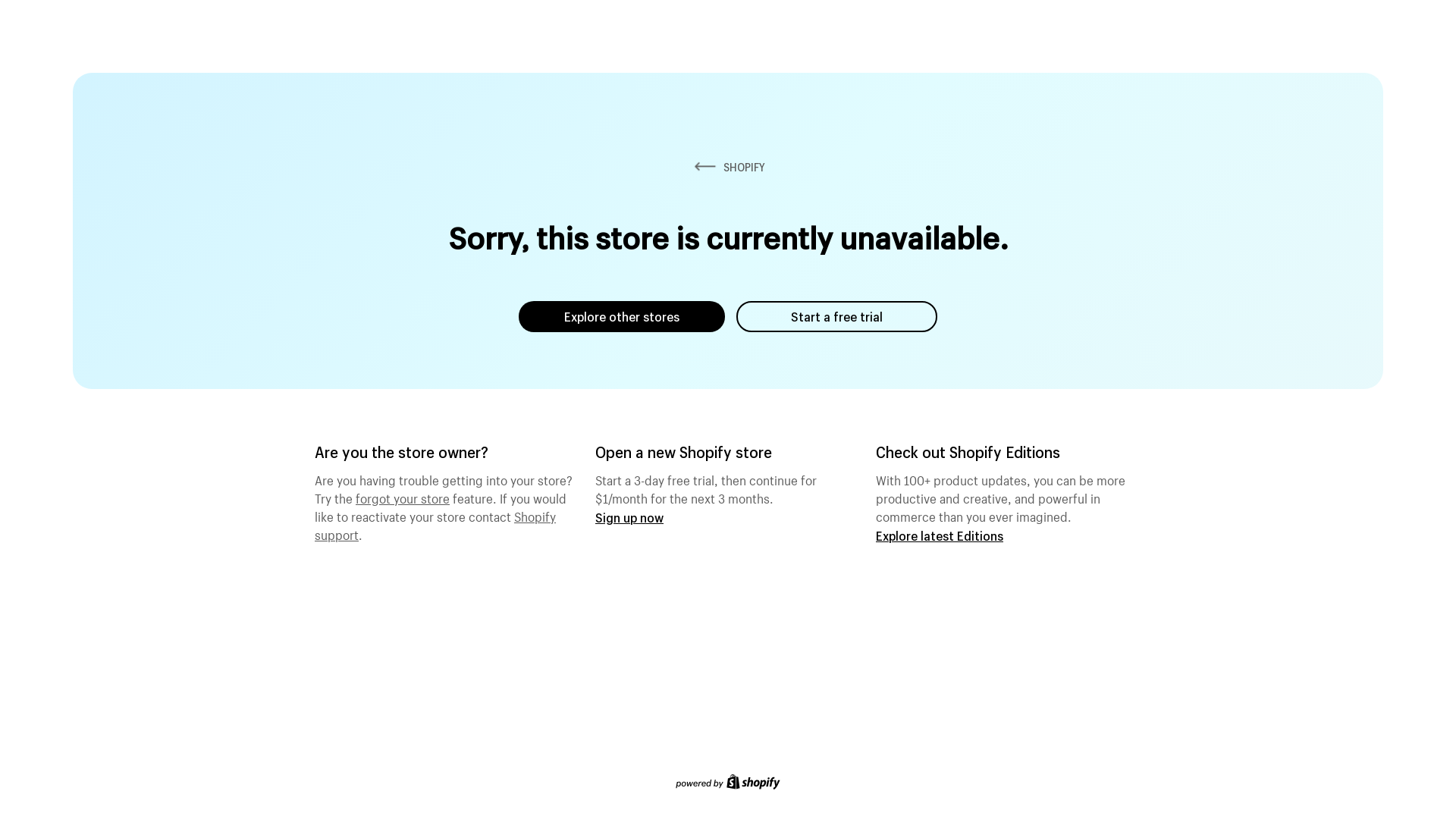  Describe the element at coordinates (728, 167) in the screenshot. I see `'SHOPIFY'` at that location.